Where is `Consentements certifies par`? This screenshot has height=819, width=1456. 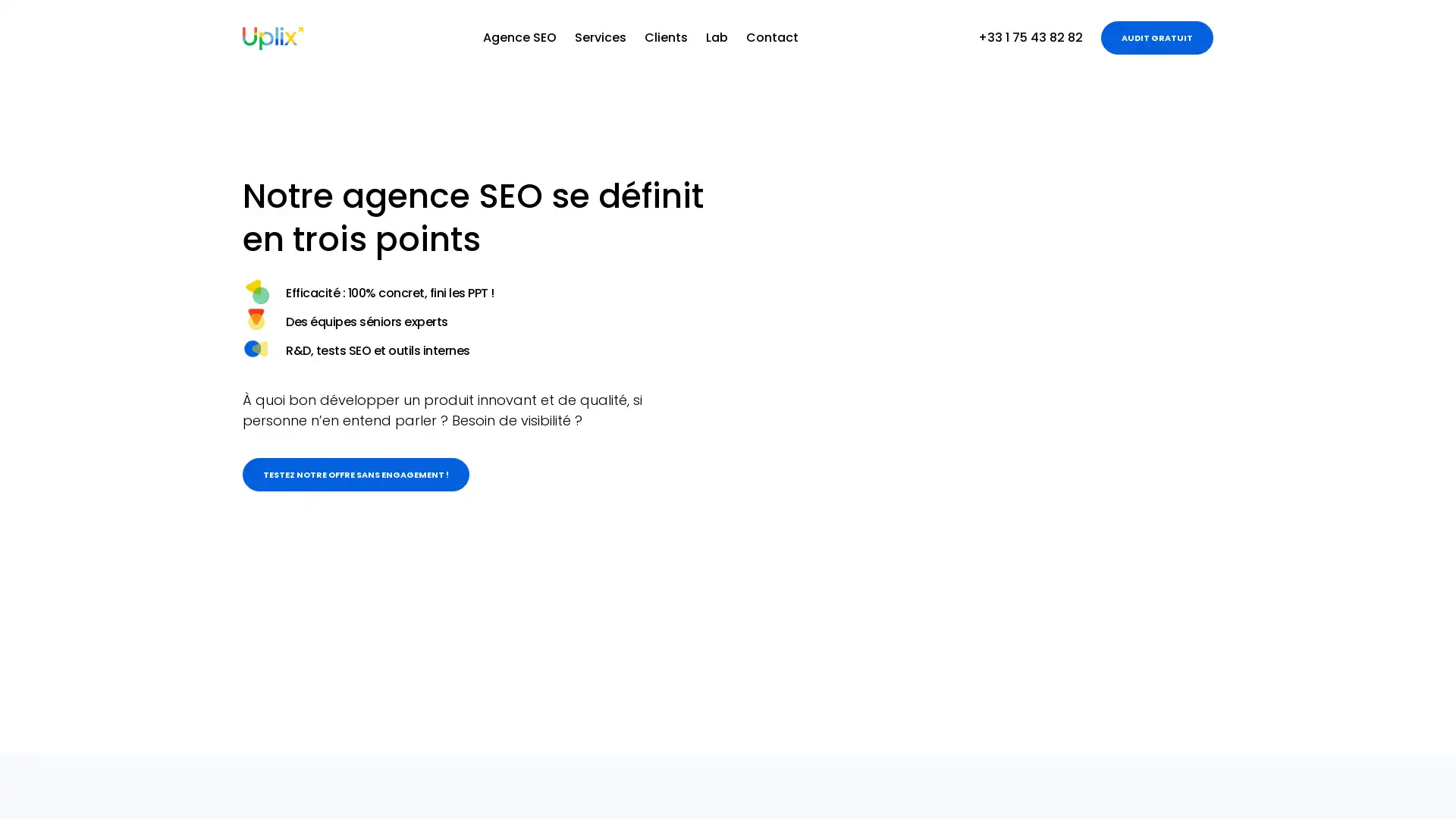 Consentements certifies par is located at coordinates (1280, 717).